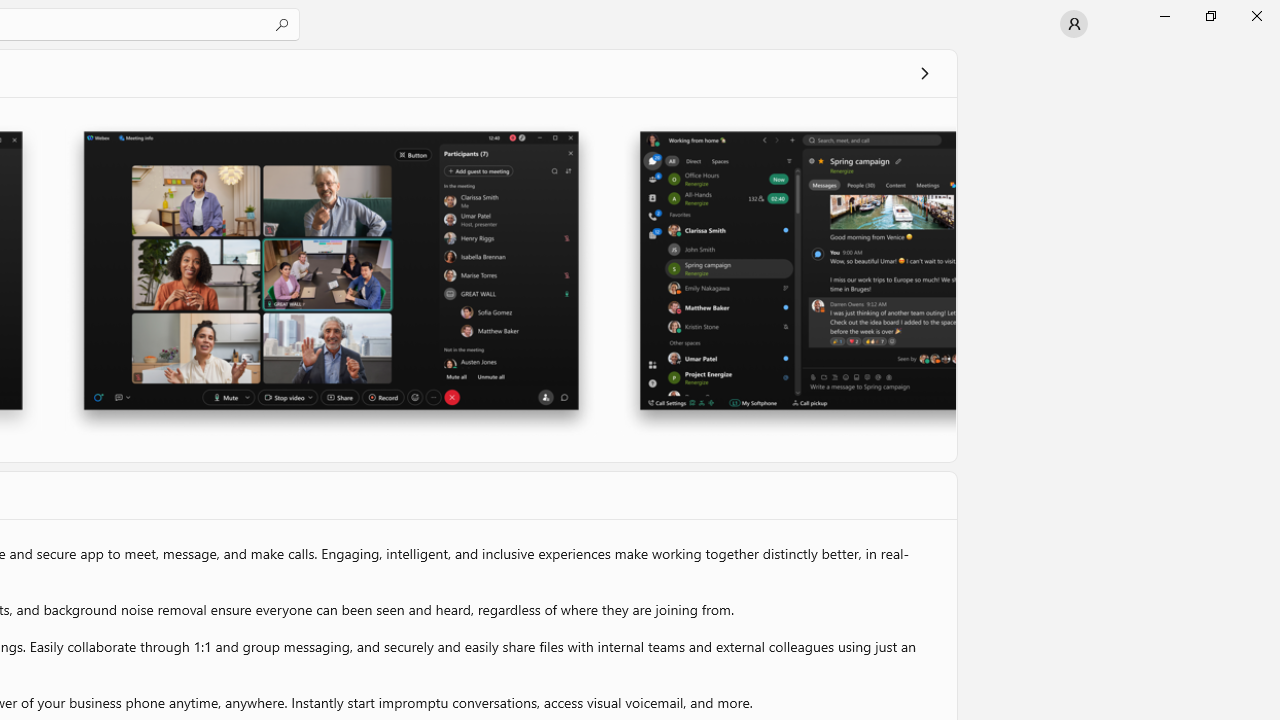 This screenshot has height=720, width=1280. What do you see at coordinates (1072, 24) in the screenshot?
I see `'User profile'` at bounding box center [1072, 24].